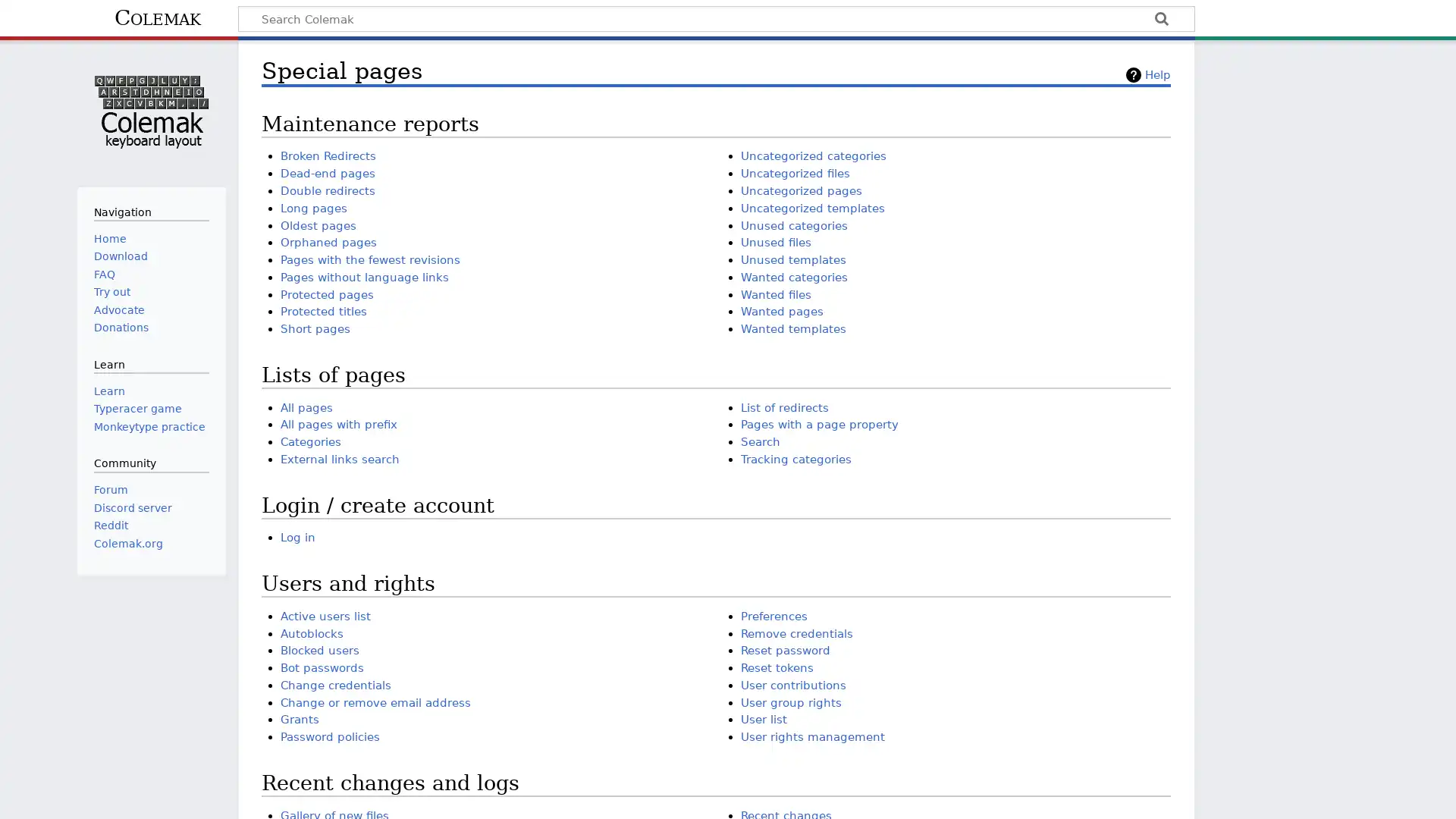 This screenshot has width=1456, height=819. What do you see at coordinates (1160, 20) in the screenshot?
I see `Search` at bounding box center [1160, 20].